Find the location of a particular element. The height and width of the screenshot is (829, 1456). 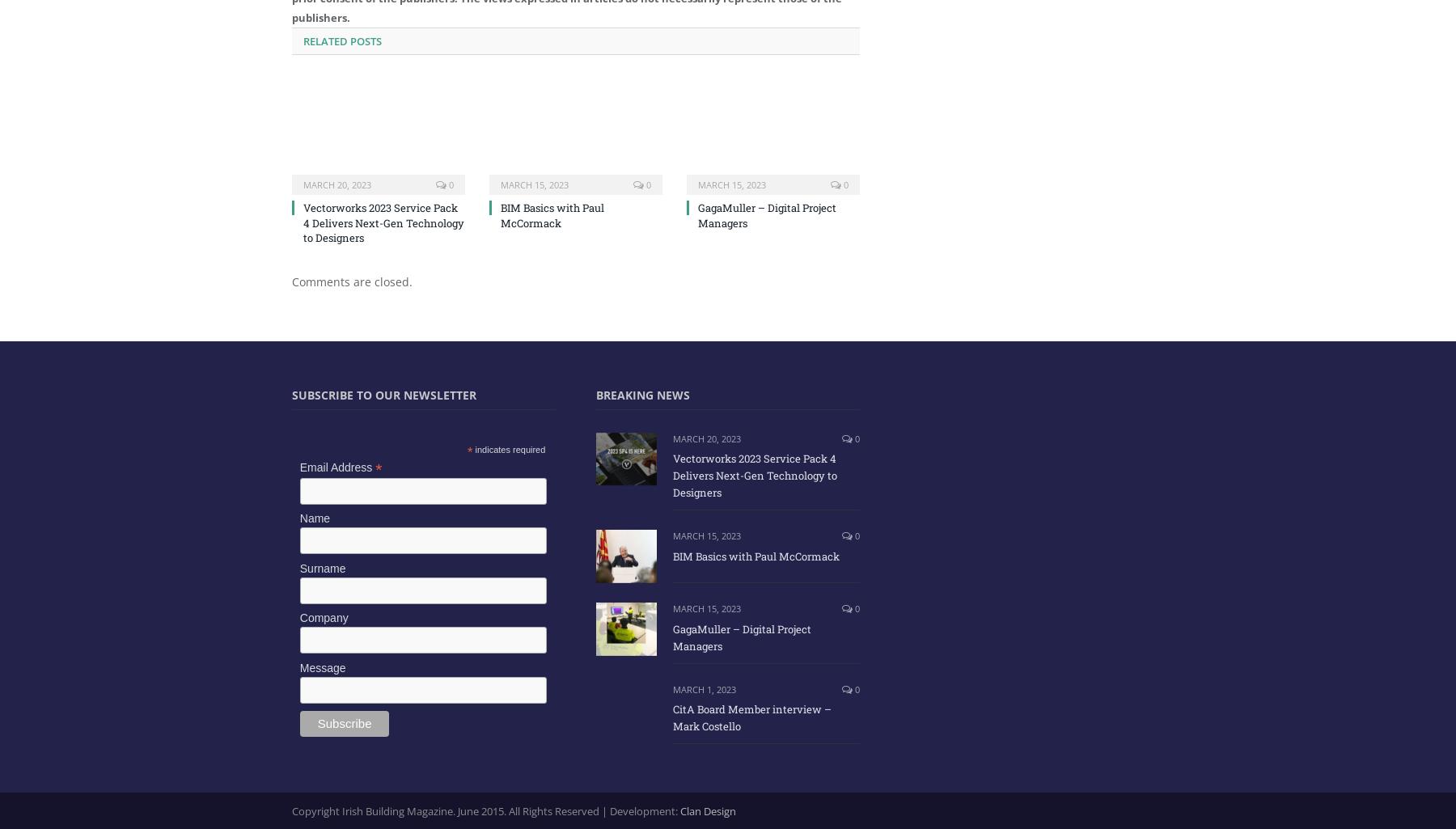

'Email Address' is located at coordinates (337, 466).